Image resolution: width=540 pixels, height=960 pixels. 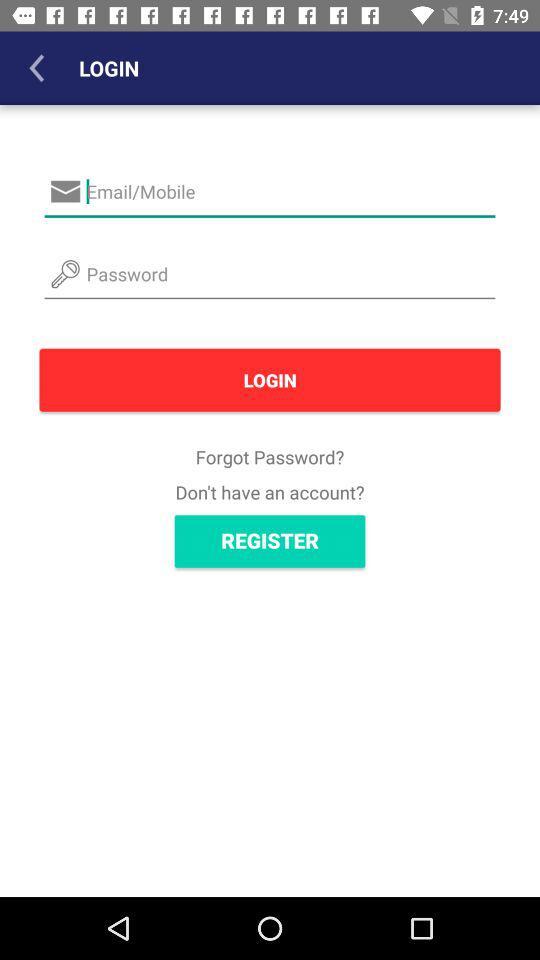 What do you see at coordinates (270, 457) in the screenshot?
I see `icon above the don t have` at bounding box center [270, 457].